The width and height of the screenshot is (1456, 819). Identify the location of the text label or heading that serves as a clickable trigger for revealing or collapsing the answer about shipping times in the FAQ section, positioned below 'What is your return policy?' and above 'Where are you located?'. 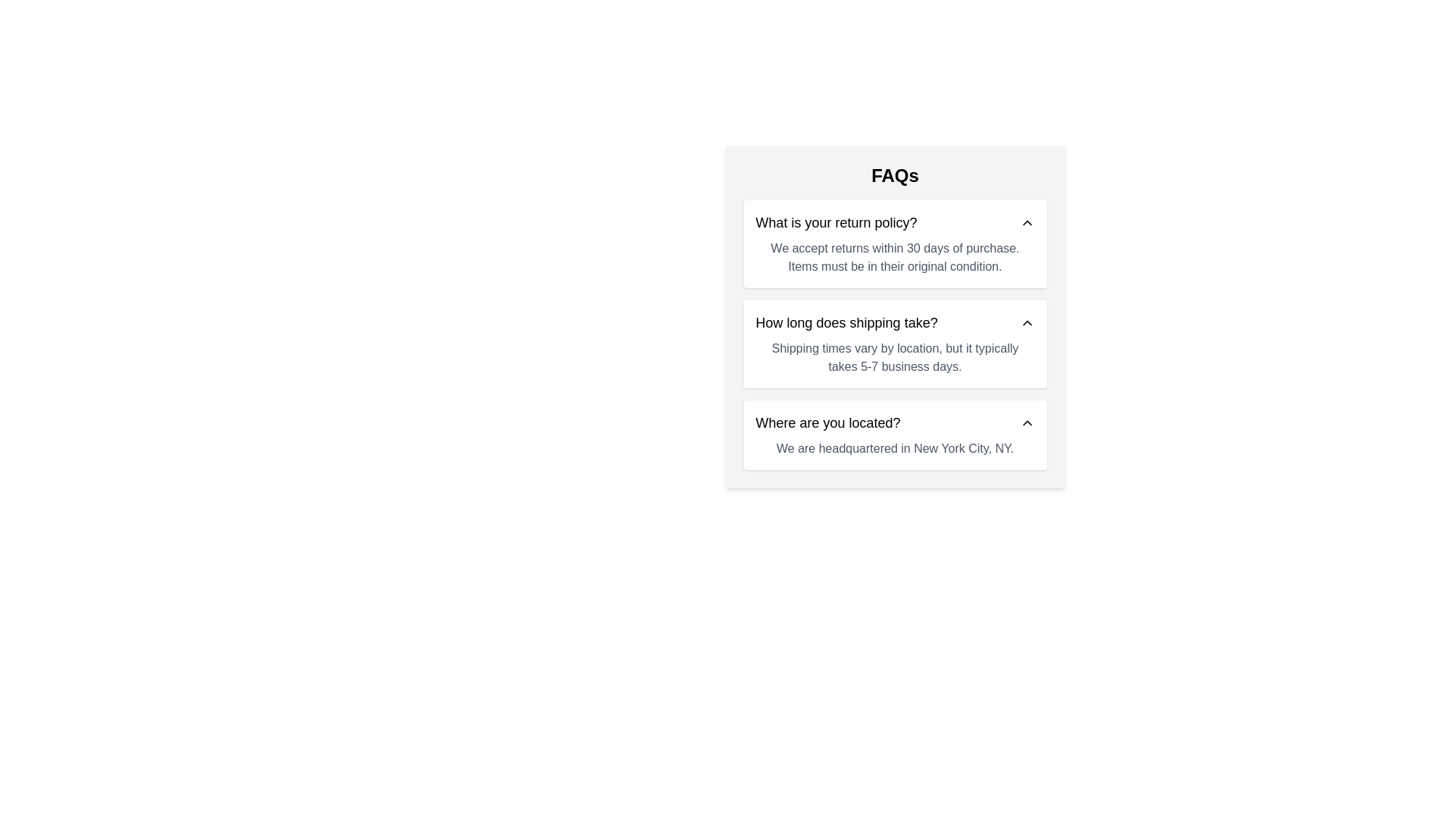
(846, 322).